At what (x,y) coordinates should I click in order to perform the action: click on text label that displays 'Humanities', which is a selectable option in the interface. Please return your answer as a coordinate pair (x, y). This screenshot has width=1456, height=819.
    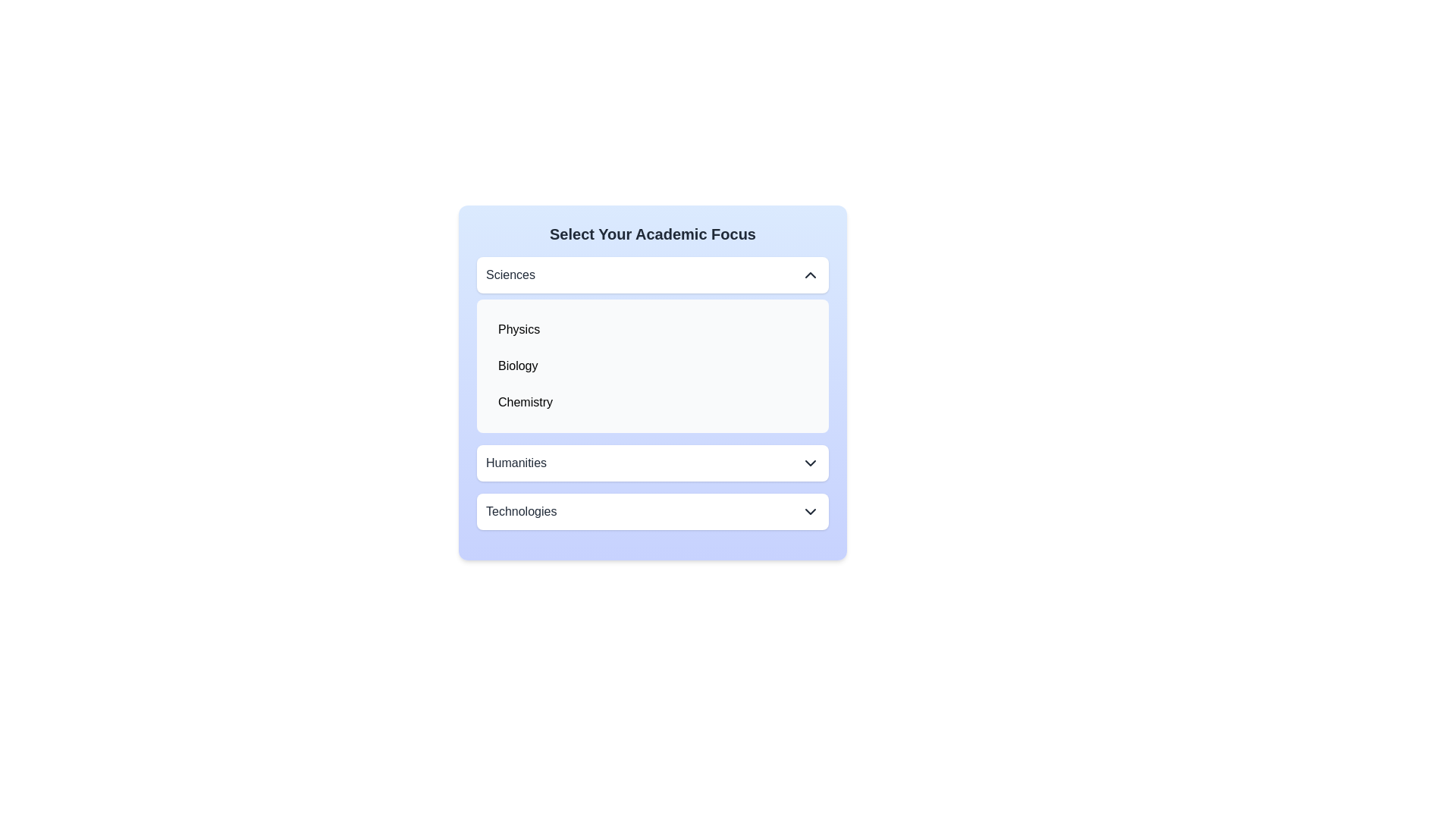
    Looking at the image, I should click on (516, 462).